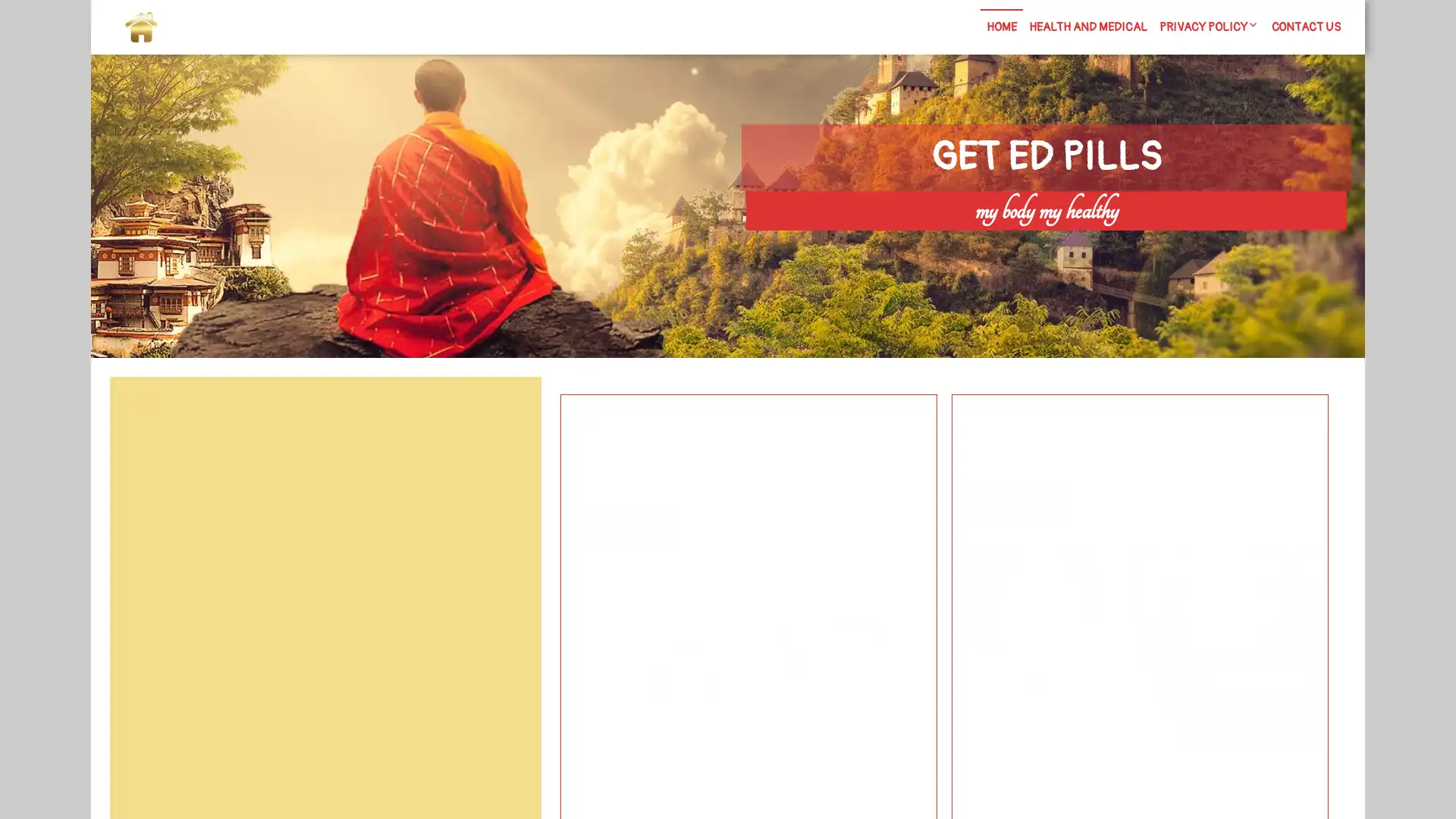 The width and height of the screenshot is (1456, 819). What do you see at coordinates (506, 413) in the screenshot?
I see `Search` at bounding box center [506, 413].